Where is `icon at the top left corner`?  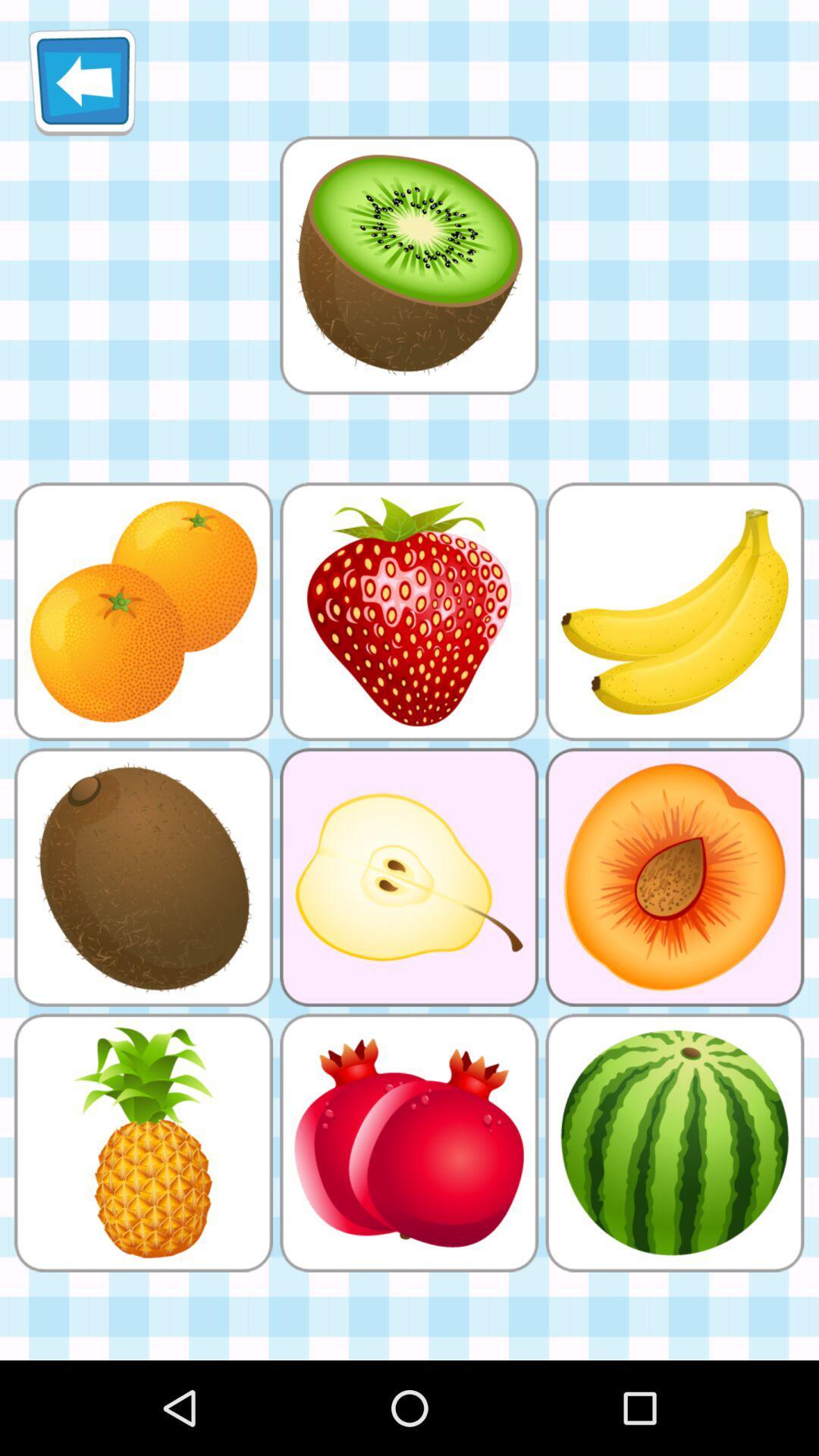 icon at the top left corner is located at coordinates (82, 81).